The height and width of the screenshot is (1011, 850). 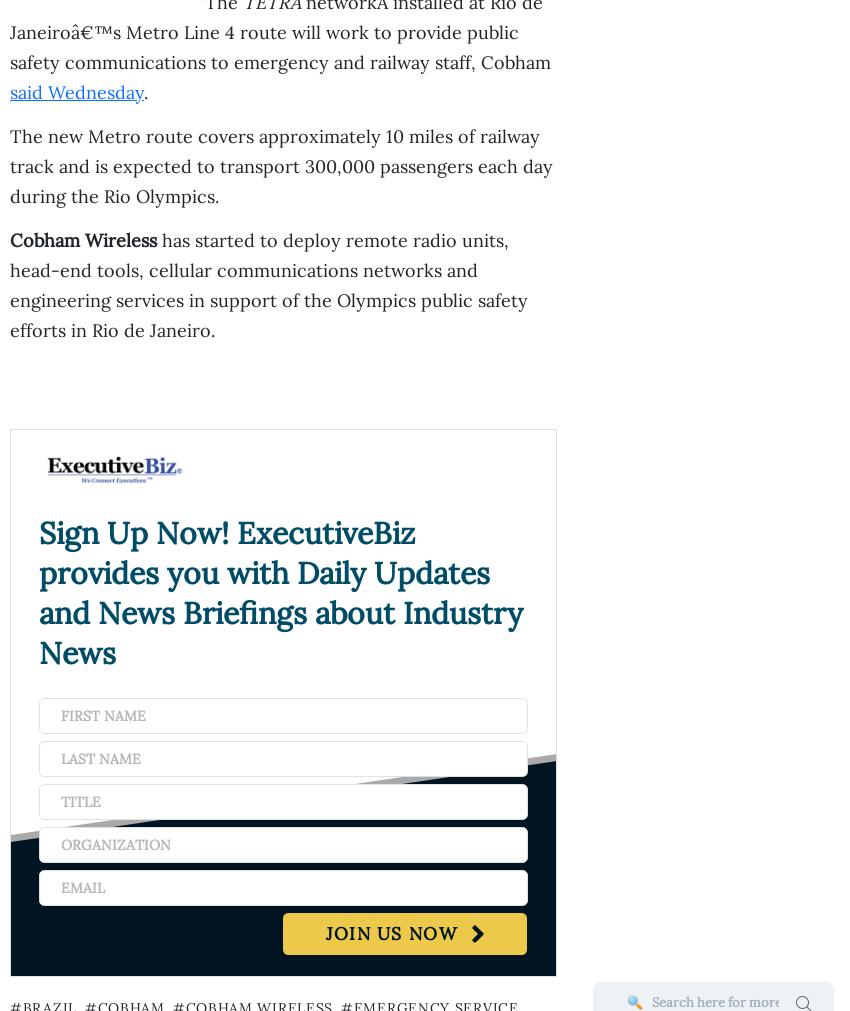 I want to click on 'Seth Kindley Named CTO for Civilian Federal Sector at Hewlett Packard Enterprise', so click(x=418, y=112).